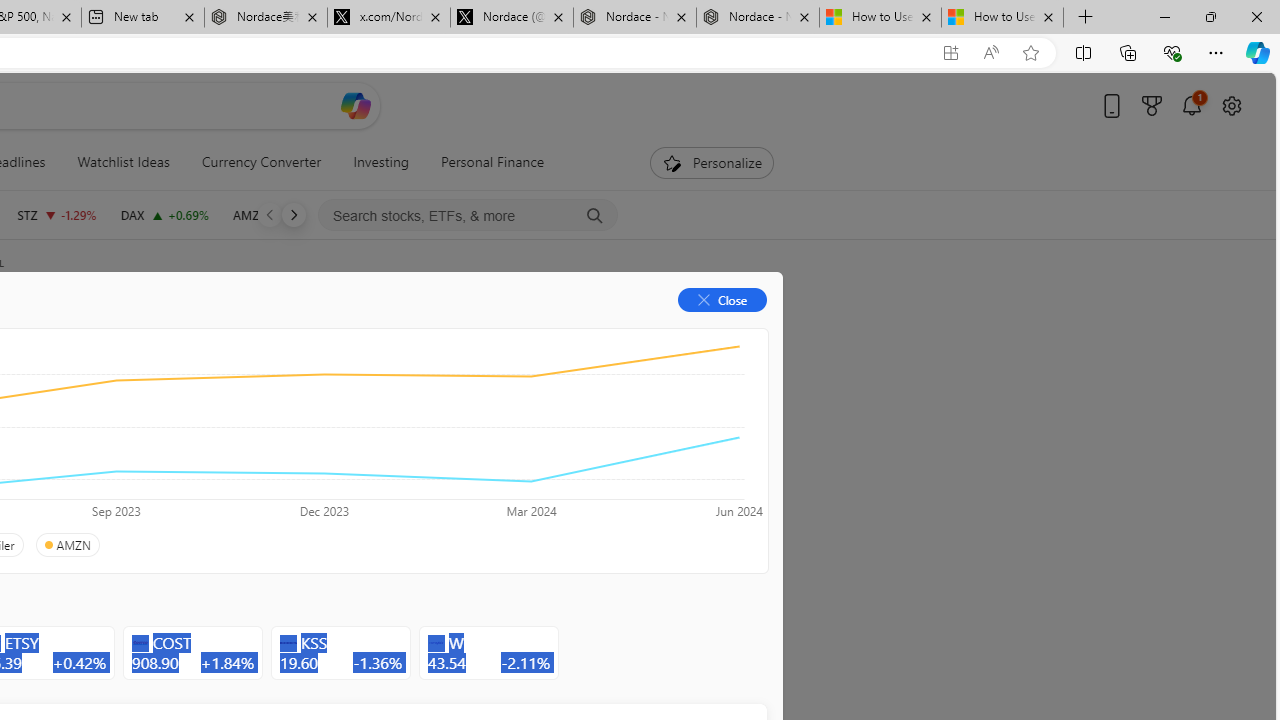  What do you see at coordinates (485, 162) in the screenshot?
I see `'Personal Finance'` at bounding box center [485, 162].